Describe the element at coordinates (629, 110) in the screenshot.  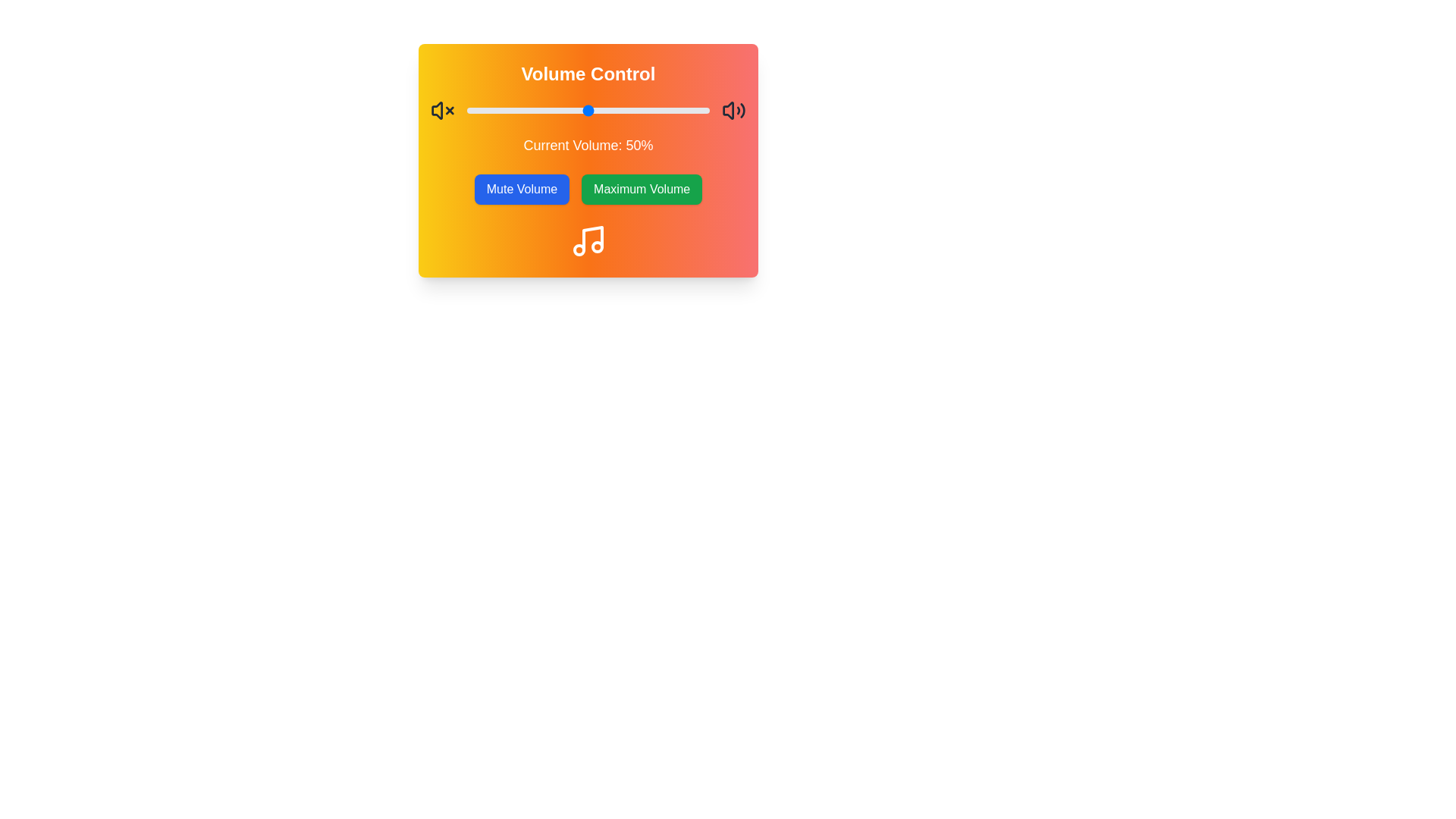
I see `the volume slider to 67%` at that location.